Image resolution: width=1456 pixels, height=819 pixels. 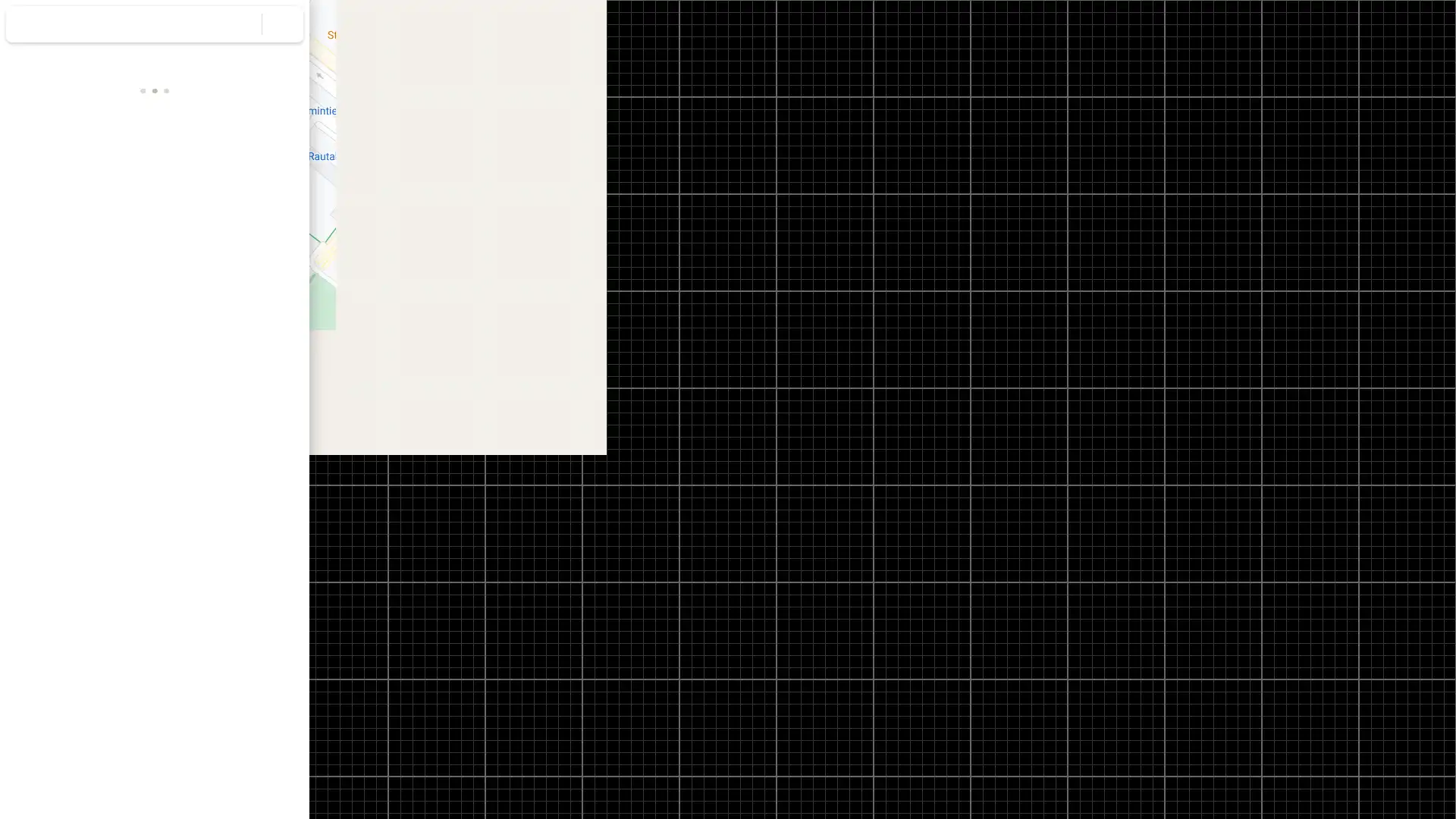 What do you see at coordinates (98, 259) in the screenshot?
I see `Save Elimaenkatu 27 in your lists` at bounding box center [98, 259].